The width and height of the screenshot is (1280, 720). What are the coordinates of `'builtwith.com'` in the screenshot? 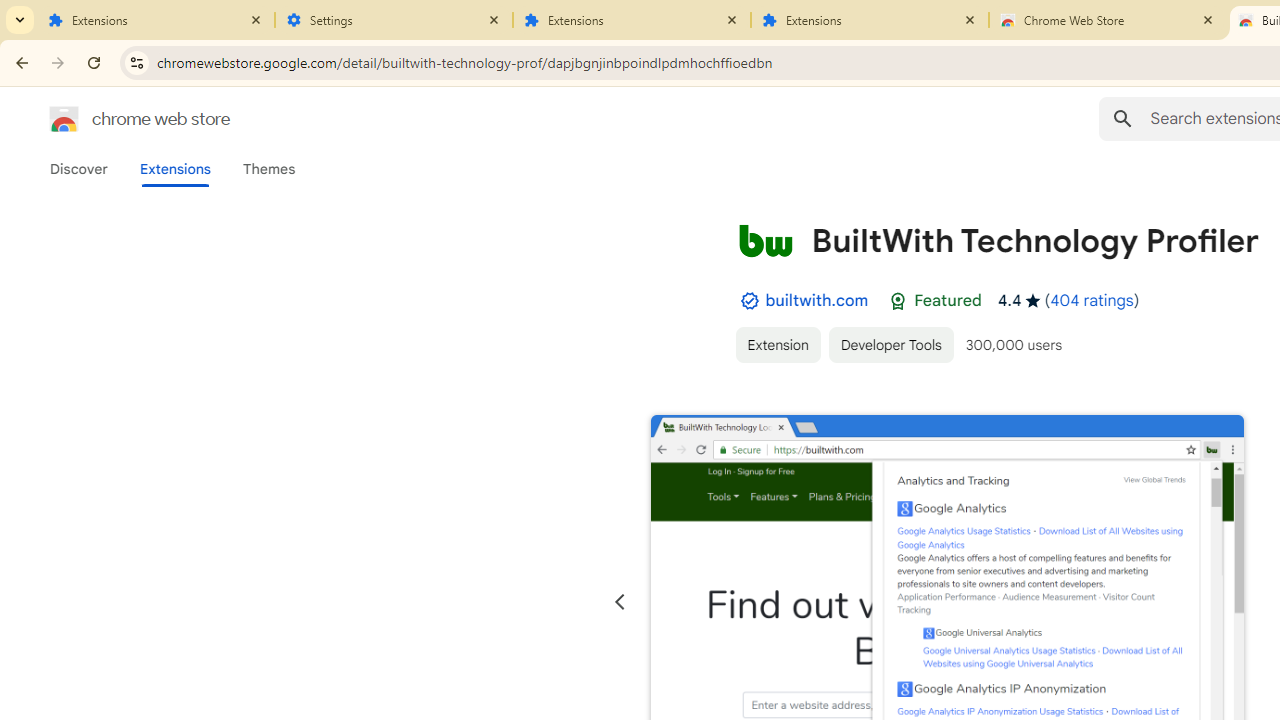 It's located at (817, 300).